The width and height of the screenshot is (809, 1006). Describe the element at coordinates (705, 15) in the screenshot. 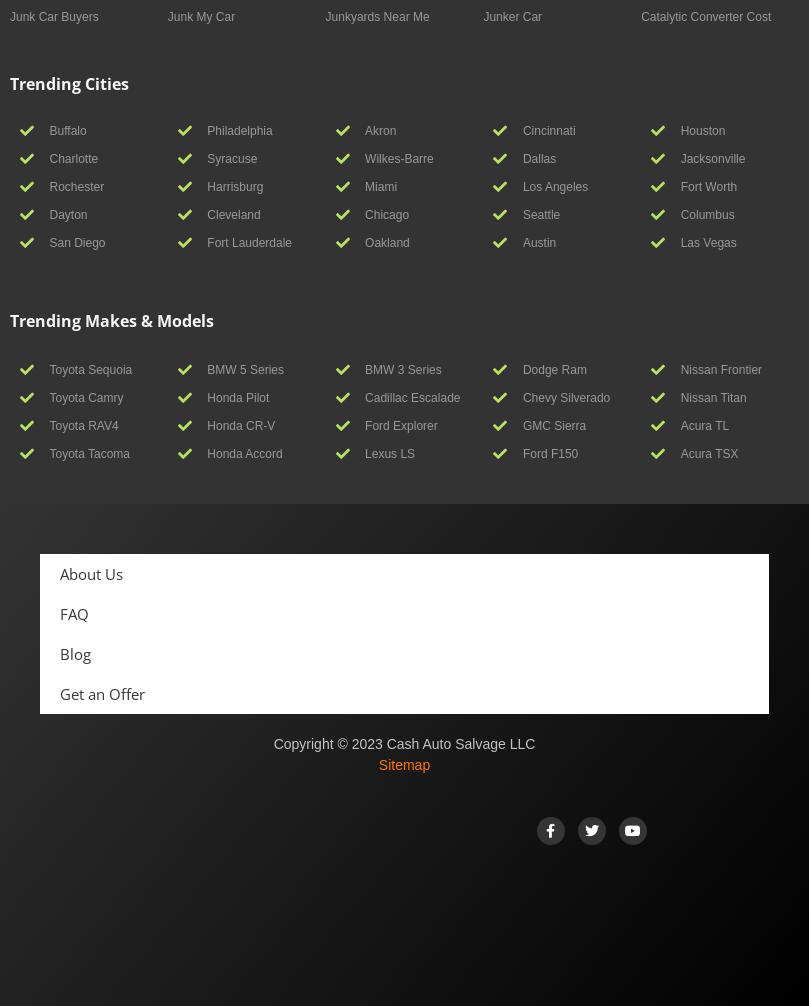

I see `'Catalytic Converter Cost'` at that location.